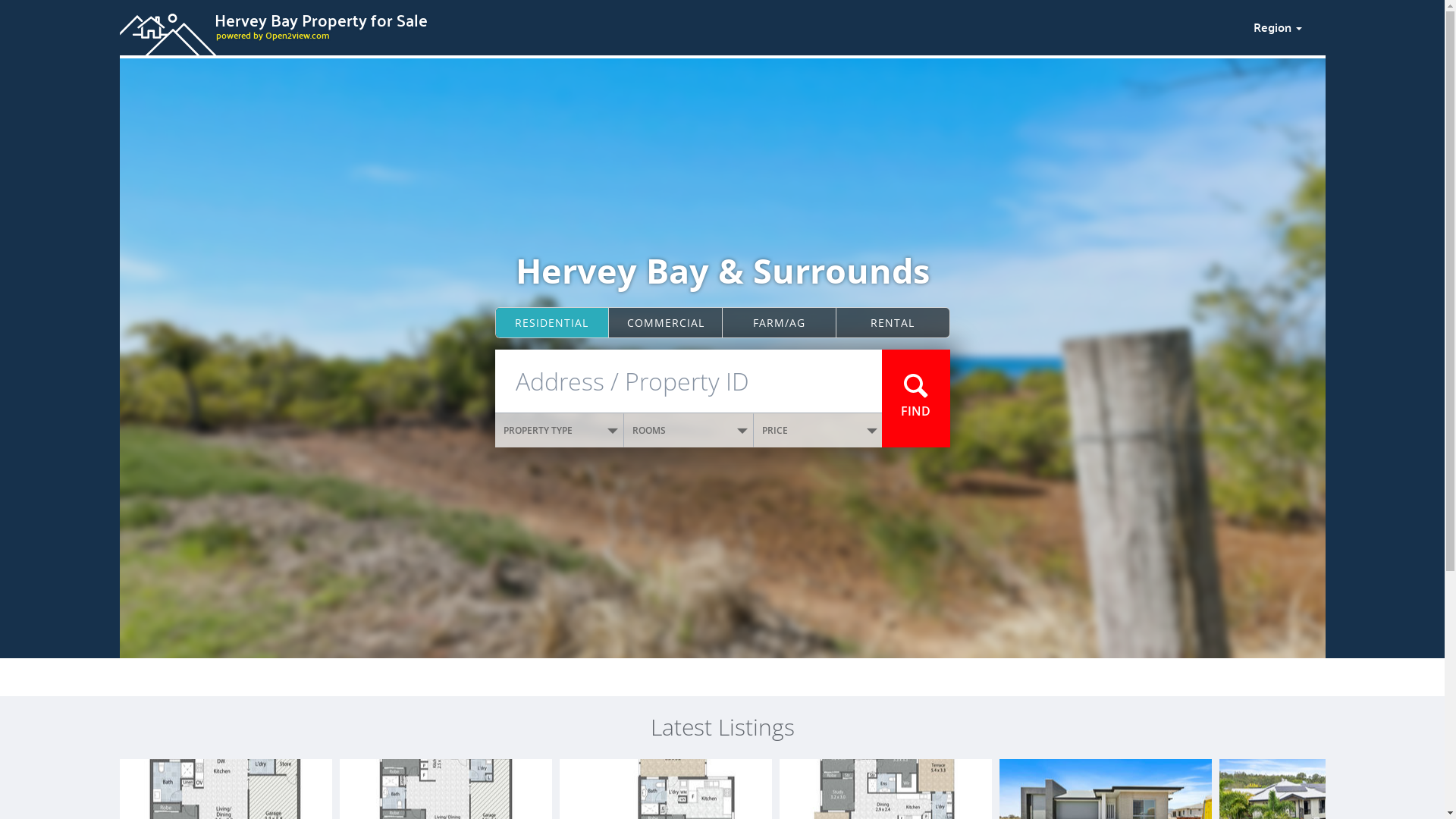  Describe the element at coordinates (688, 430) in the screenshot. I see `'ROOMS'` at that location.